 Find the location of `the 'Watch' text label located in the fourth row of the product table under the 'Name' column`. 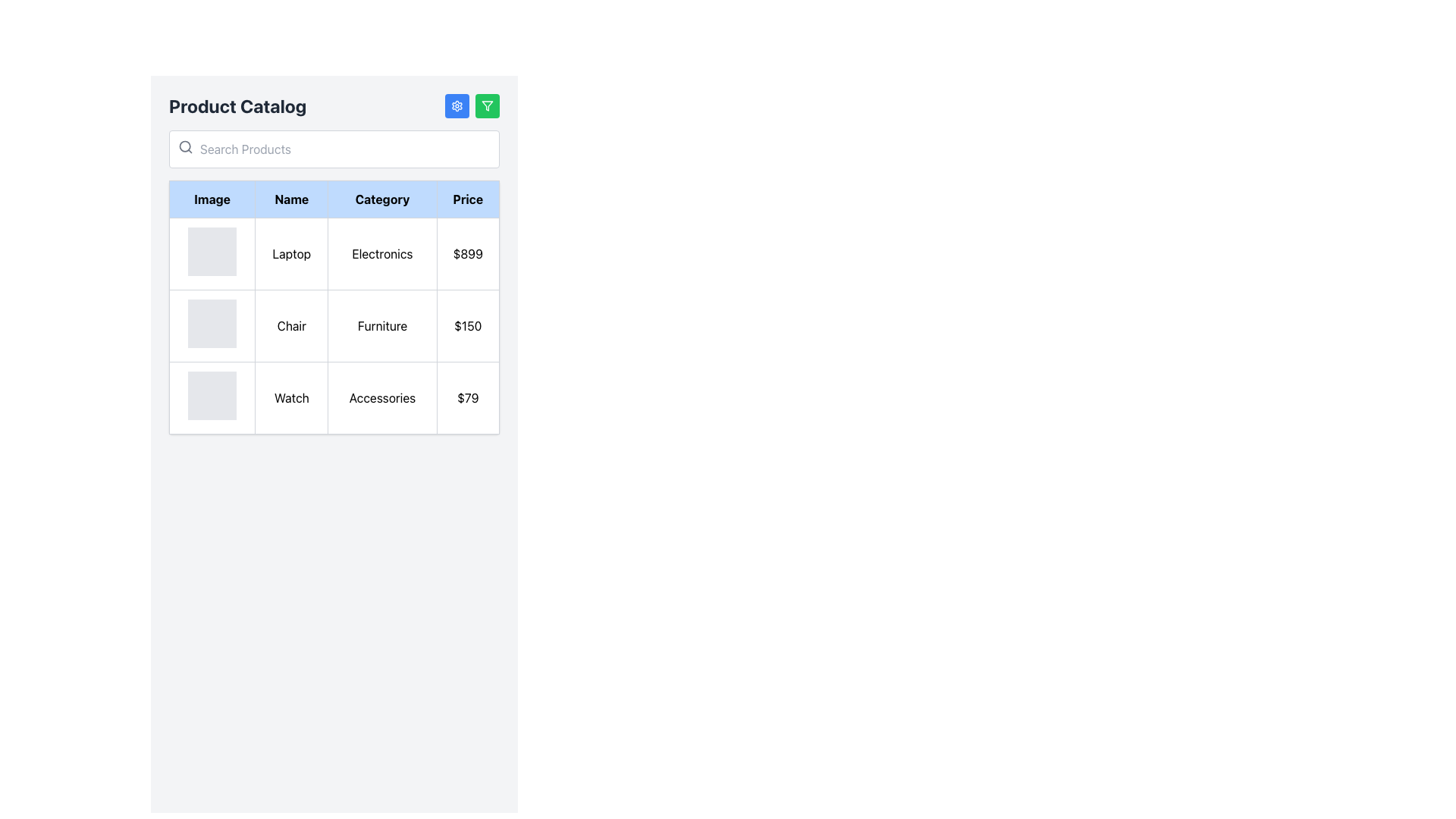

the 'Watch' text label located in the fourth row of the product table under the 'Name' column is located at coordinates (291, 397).